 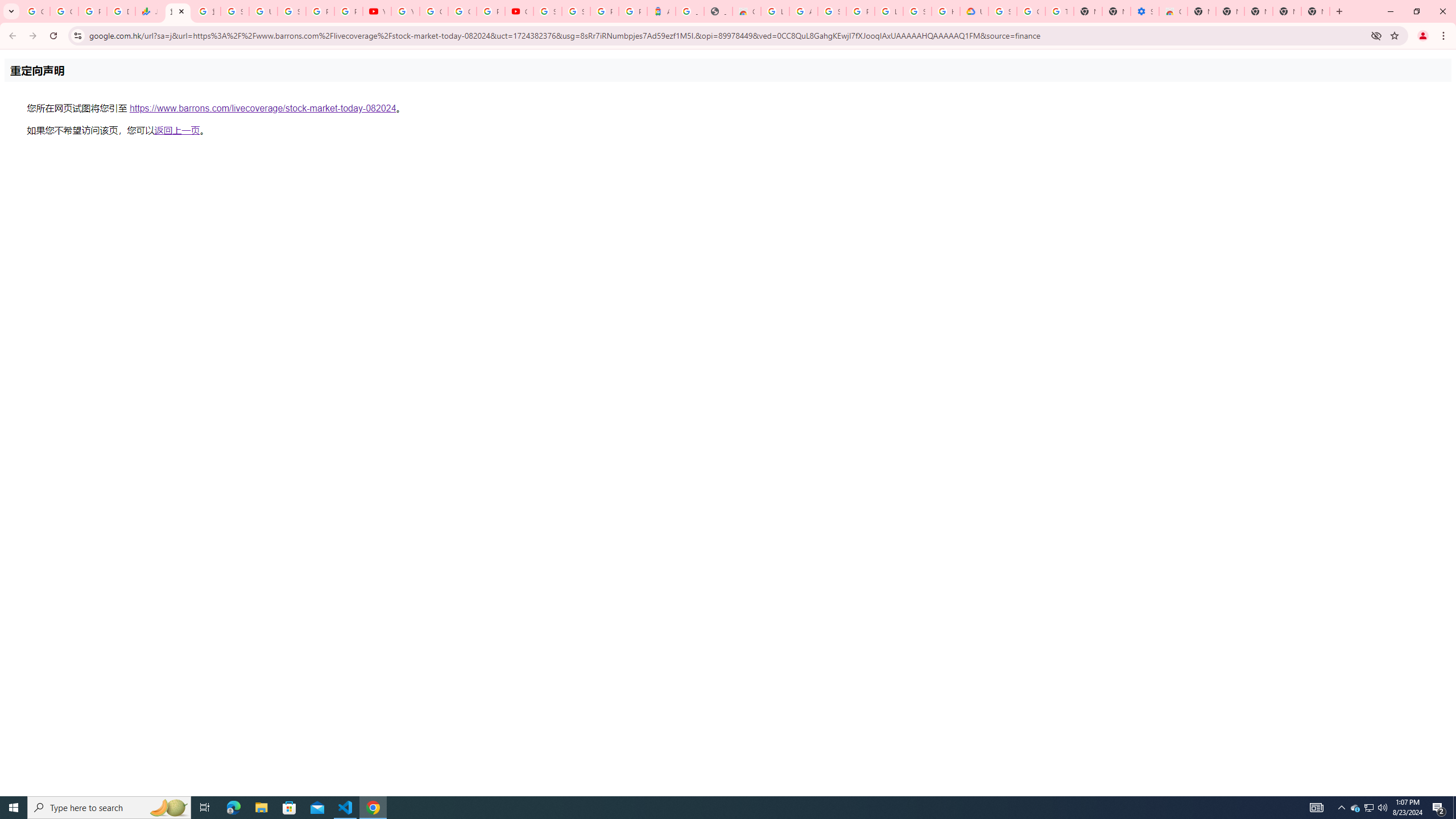 What do you see at coordinates (405, 11) in the screenshot?
I see `'YouTube'` at bounding box center [405, 11].